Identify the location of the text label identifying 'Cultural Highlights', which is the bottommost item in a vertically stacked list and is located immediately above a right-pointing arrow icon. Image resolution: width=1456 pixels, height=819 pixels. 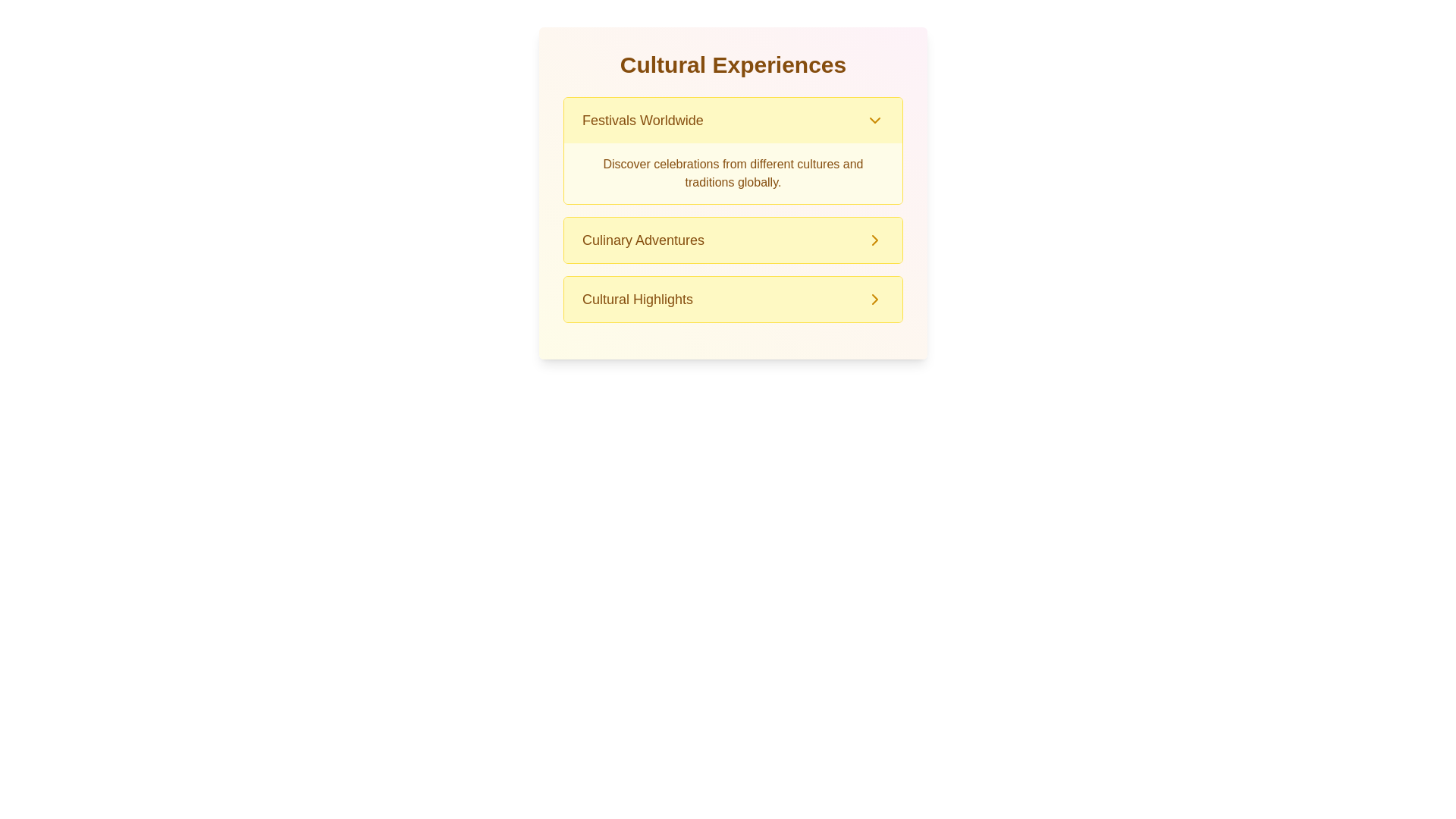
(637, 299).